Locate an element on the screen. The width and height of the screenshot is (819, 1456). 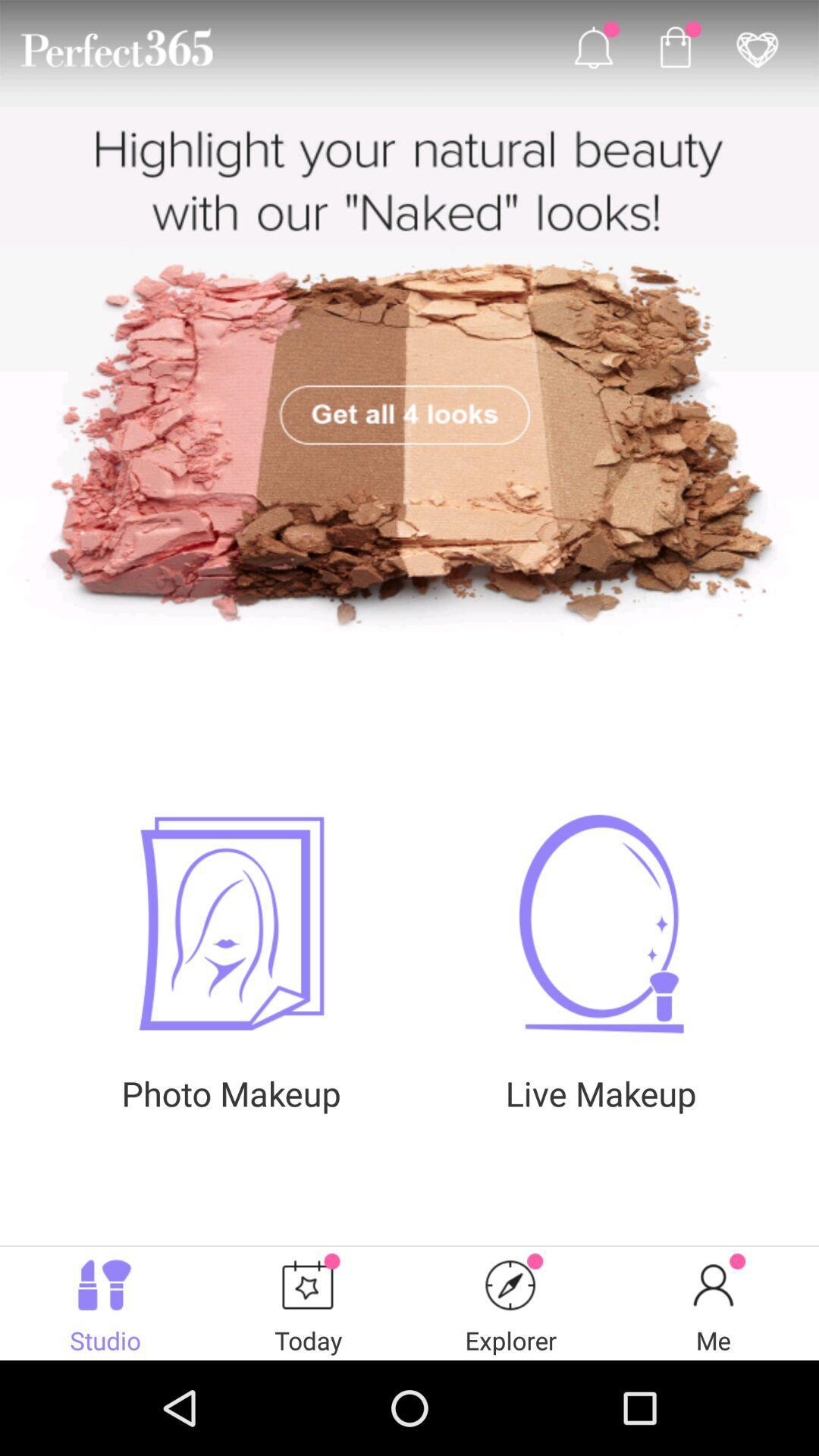
the favorite icon is located at coordinates (757, 51).